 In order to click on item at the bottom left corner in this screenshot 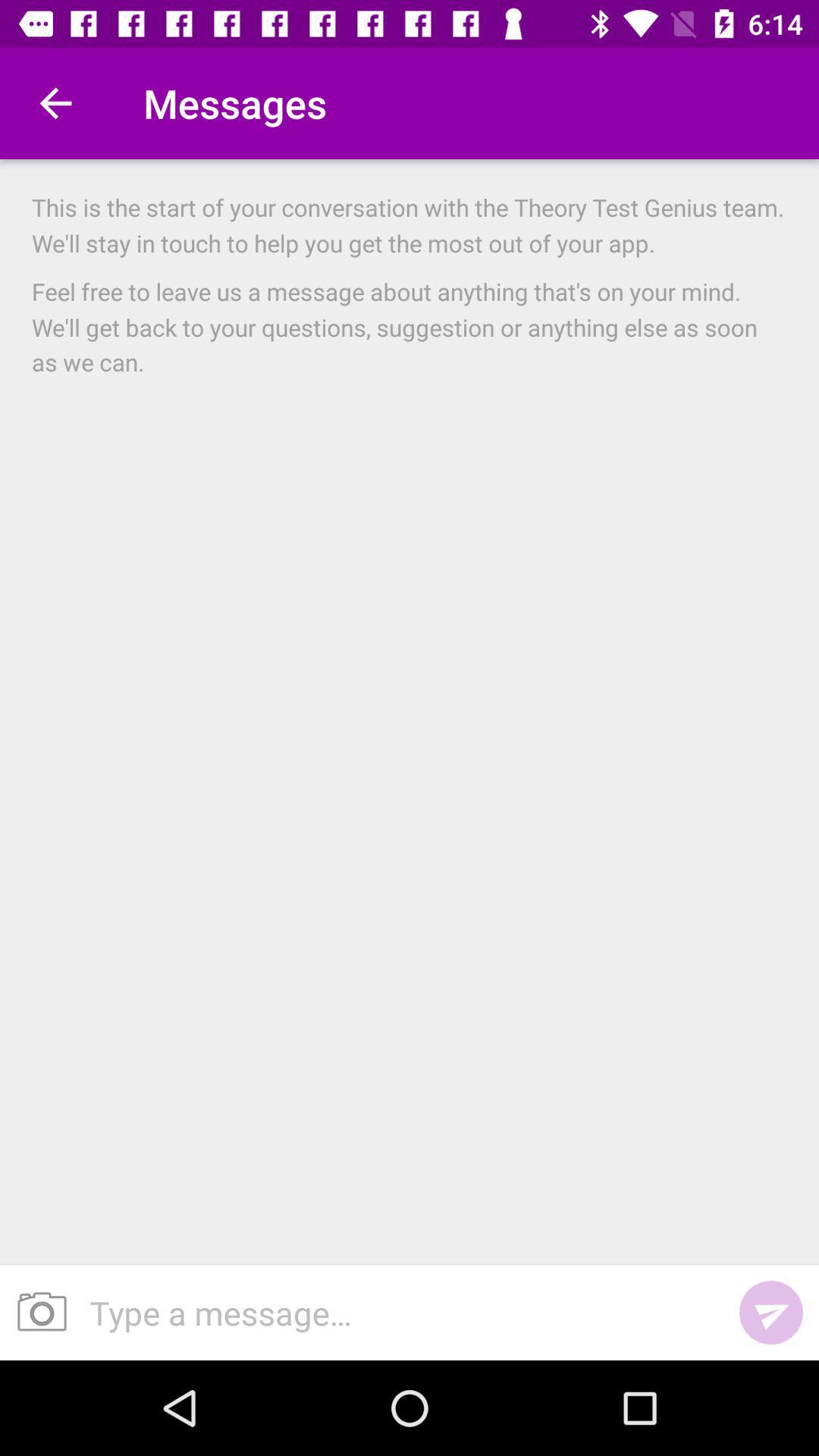, I will do `click(36, 1312)`.